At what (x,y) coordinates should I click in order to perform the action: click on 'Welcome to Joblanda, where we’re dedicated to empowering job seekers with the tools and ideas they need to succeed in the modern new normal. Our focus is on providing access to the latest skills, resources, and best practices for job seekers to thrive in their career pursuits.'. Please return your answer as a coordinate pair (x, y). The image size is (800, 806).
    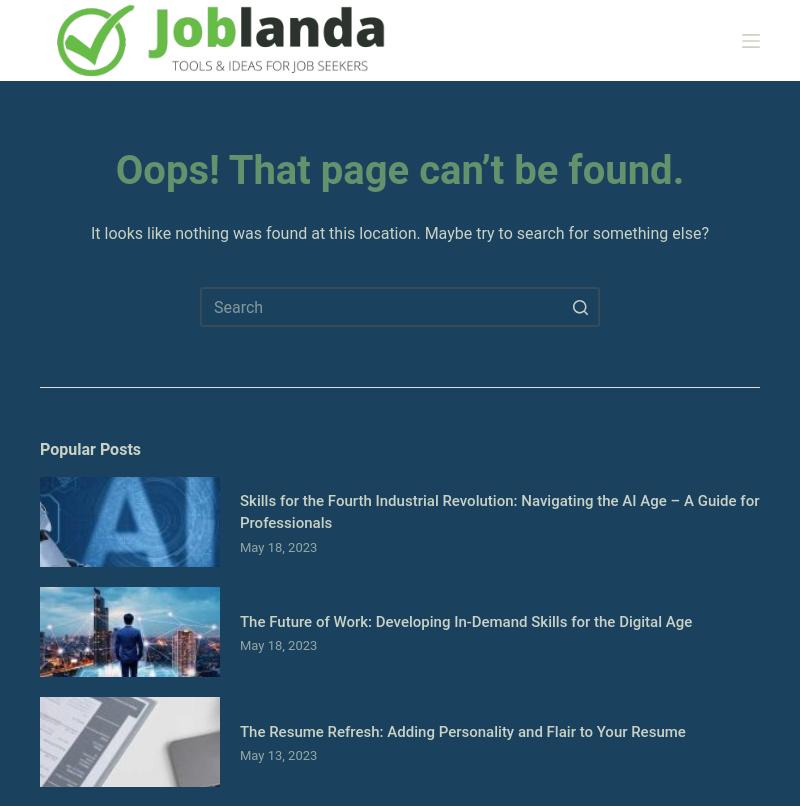
    Looking at the image, I should click on (394, 461).